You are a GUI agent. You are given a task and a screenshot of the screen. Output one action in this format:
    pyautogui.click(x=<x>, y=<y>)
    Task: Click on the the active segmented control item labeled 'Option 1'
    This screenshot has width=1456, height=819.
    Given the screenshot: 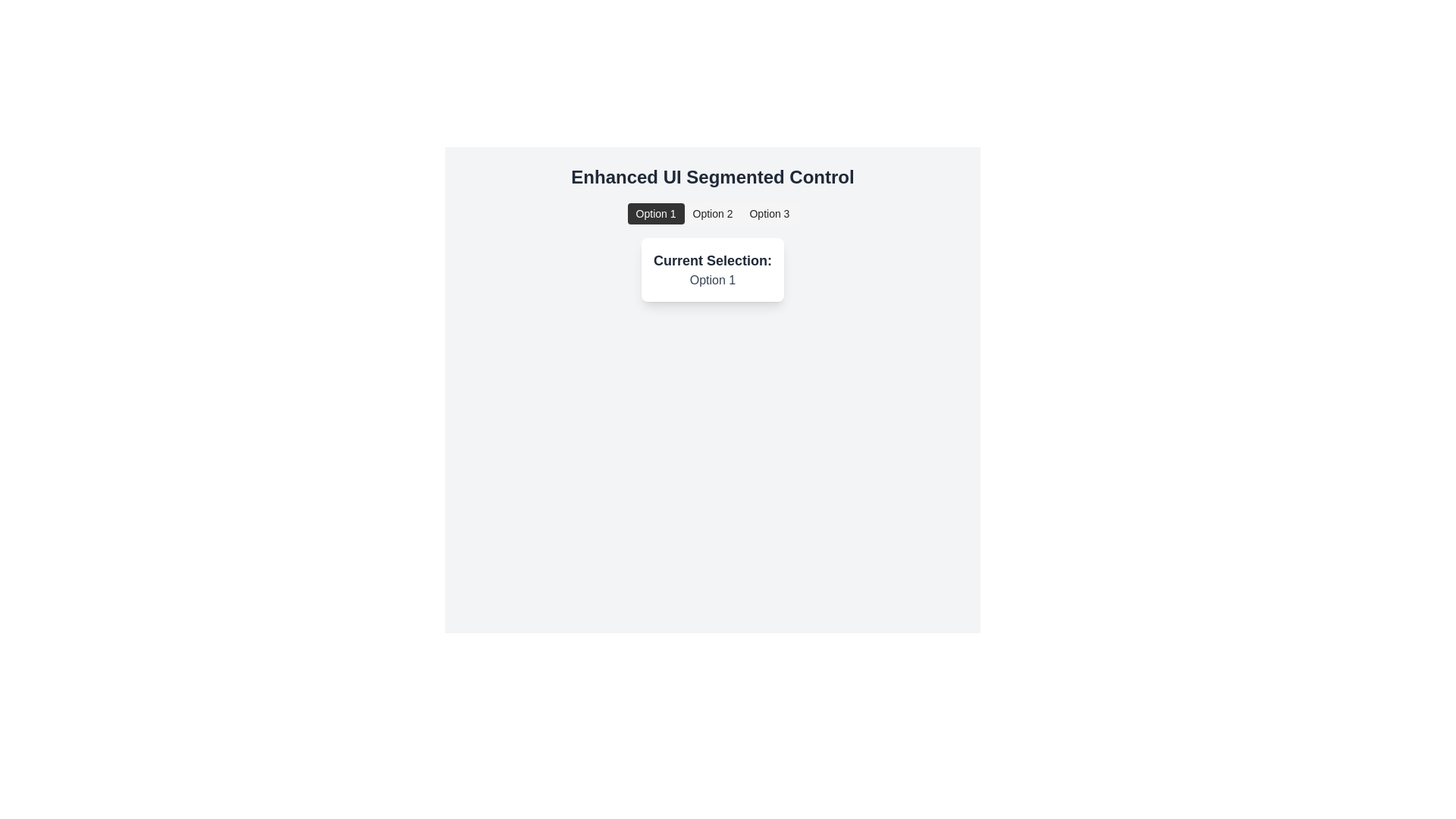 What is the action you would take?
    pyautogui.click(x=656, y=213)
    